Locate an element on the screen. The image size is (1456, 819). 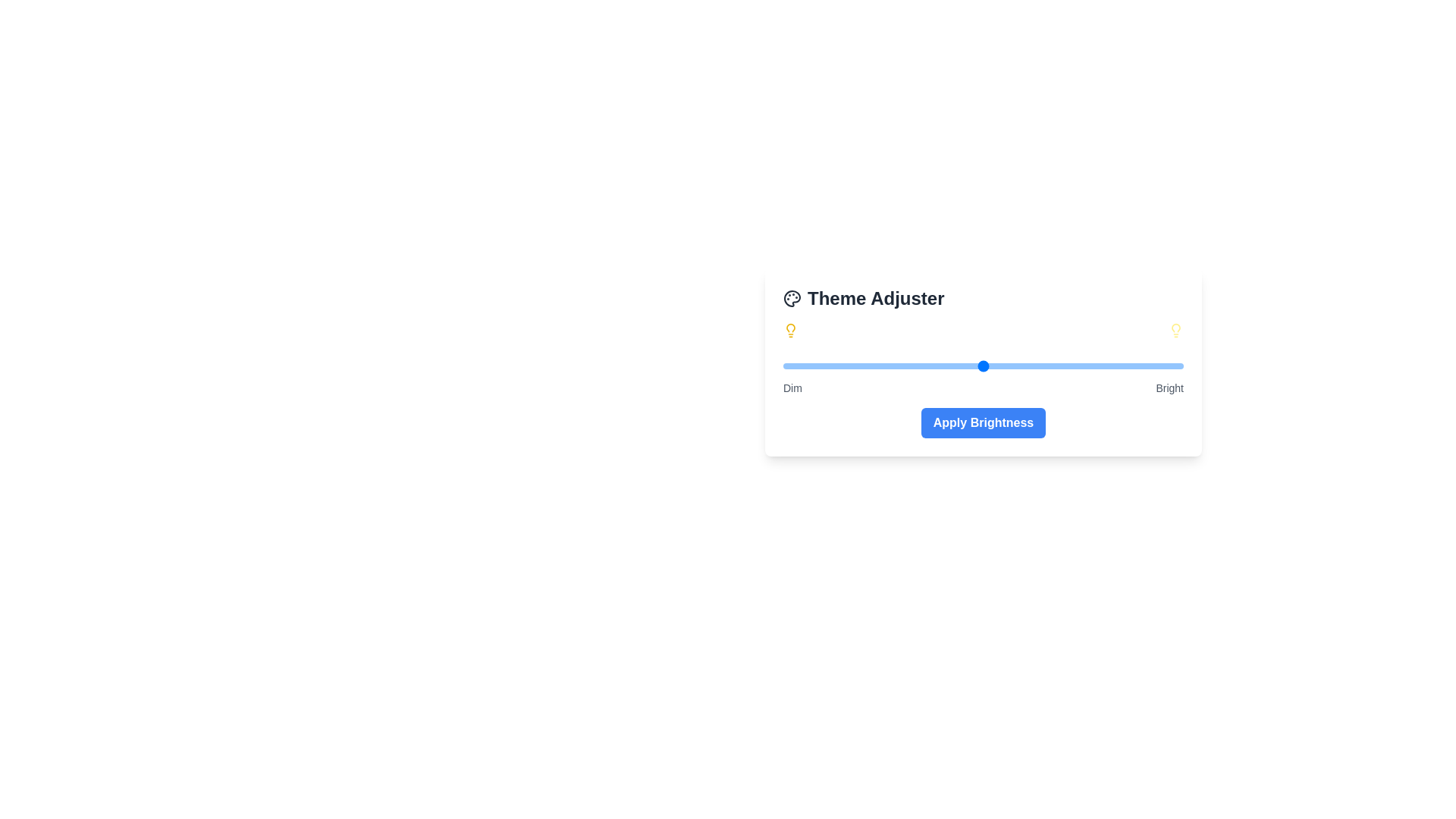
the brightness slider to a specific value 41 is located at coordinates (946, 366).